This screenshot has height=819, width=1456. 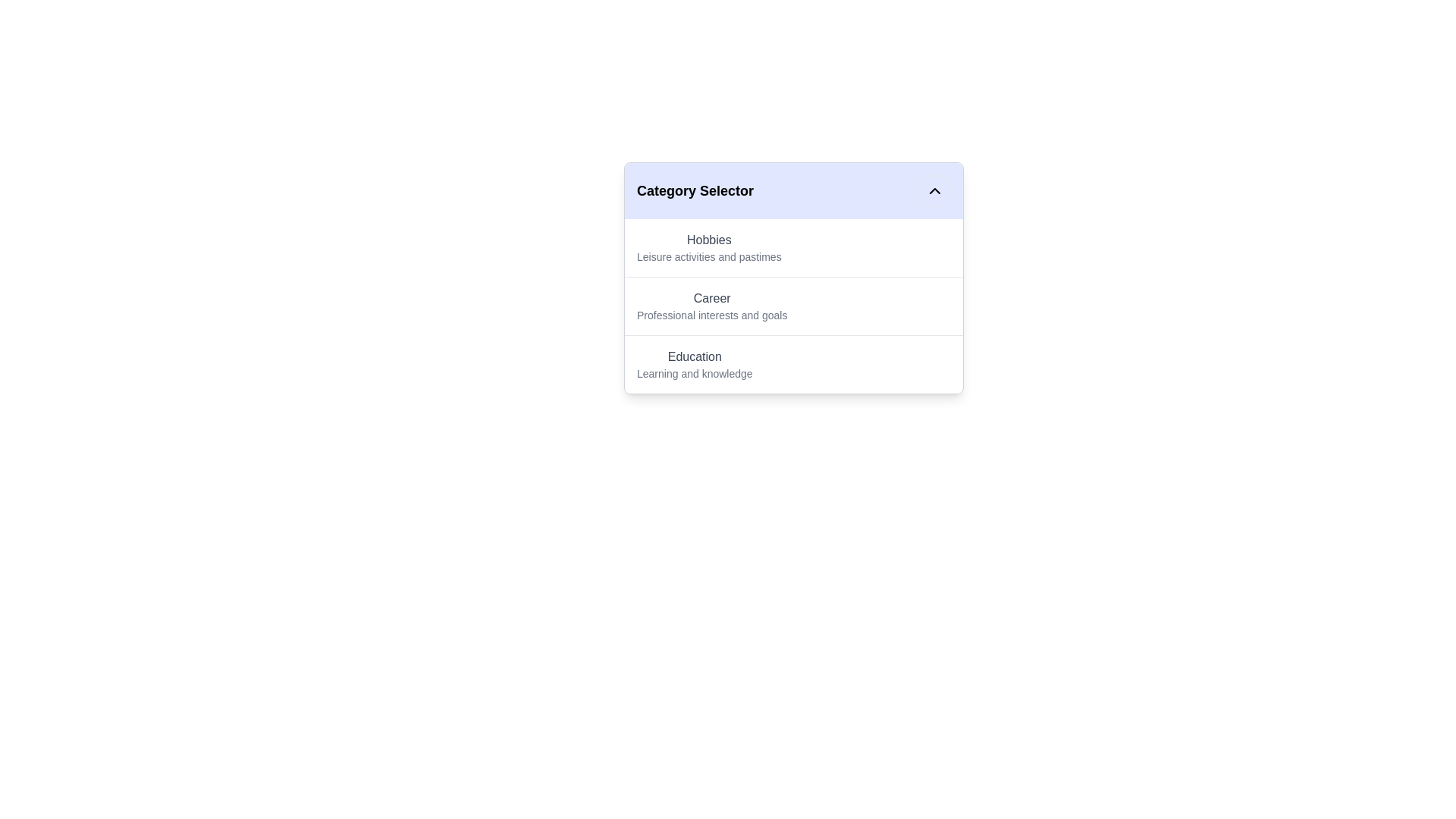 What do you see at coordinates (934, 190) in the screenshot?
I see `the small circular button with a chevron-up icon located in the top-right corner of the 'Category Selector' header area` at bounding box center [934, 190].